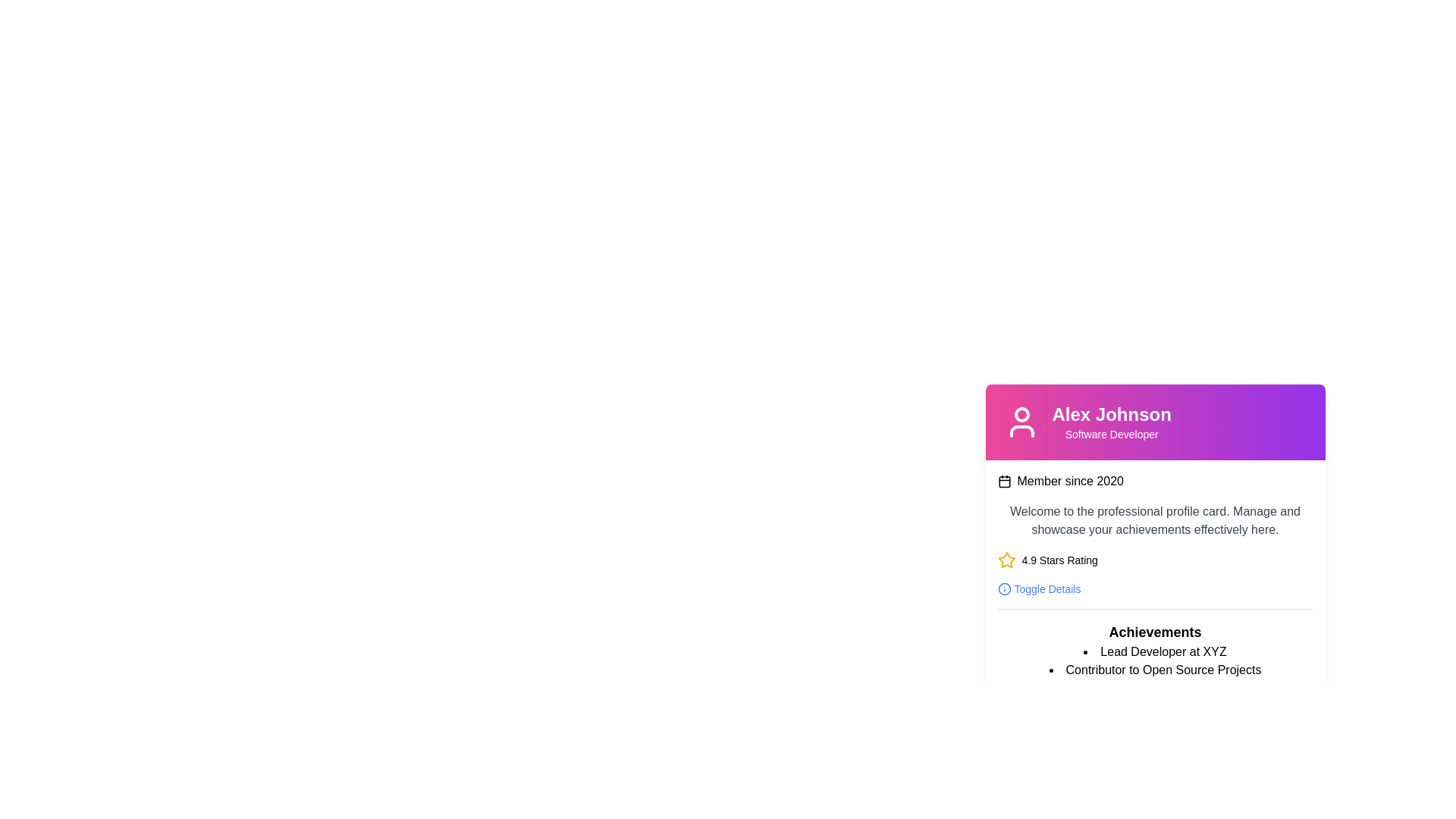 This screenshot has width=1456, height=819. What do you see at coordinates (1154, 519) in the screenshot?
I see `the informational text block located centrally within the profile card section, positioned below the 'Member since 2020' text and above the '4.9 Stars Rating' component` at bounding box center [1154, 519].